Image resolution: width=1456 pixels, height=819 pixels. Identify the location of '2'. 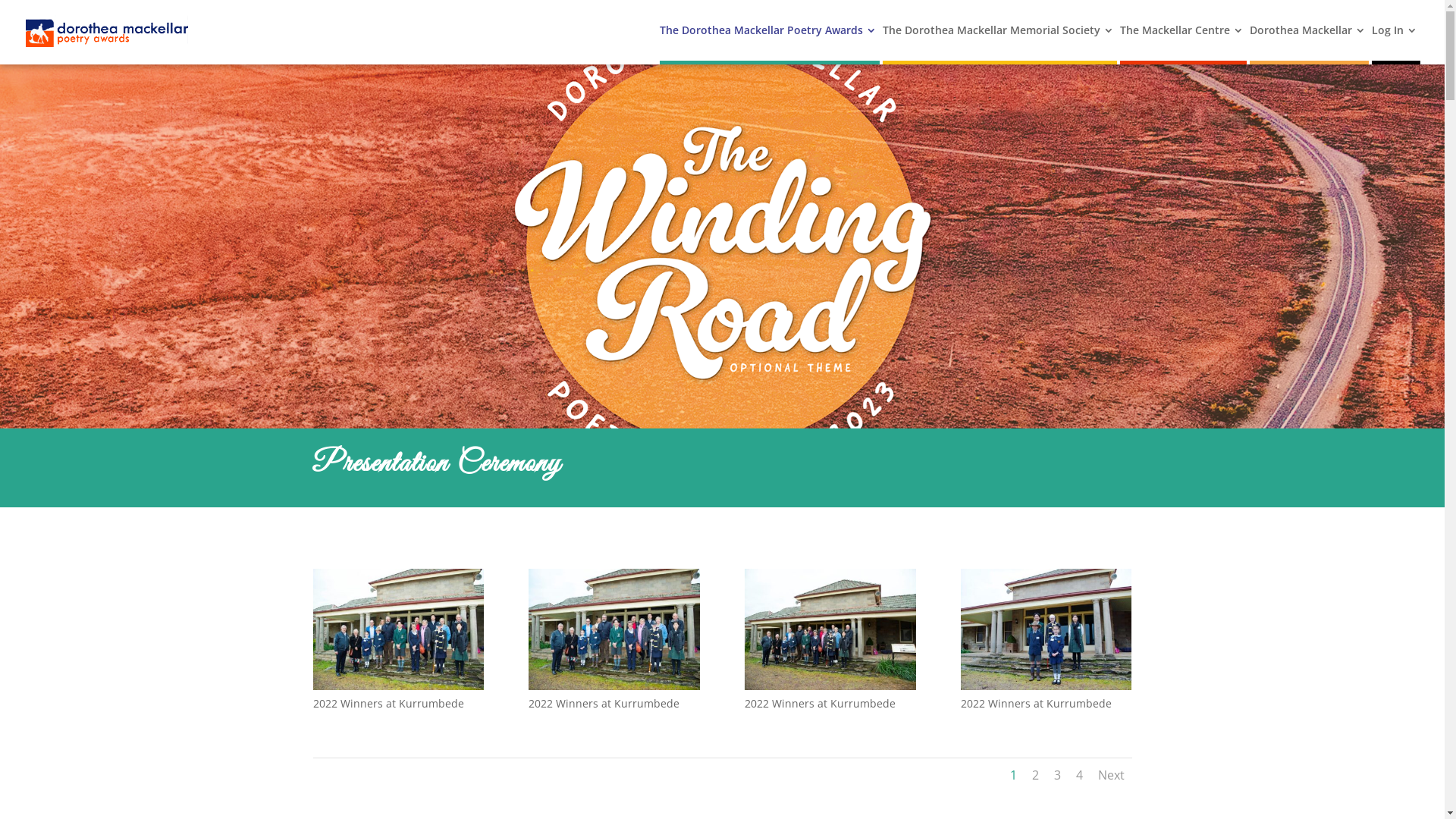
(1034, 775).